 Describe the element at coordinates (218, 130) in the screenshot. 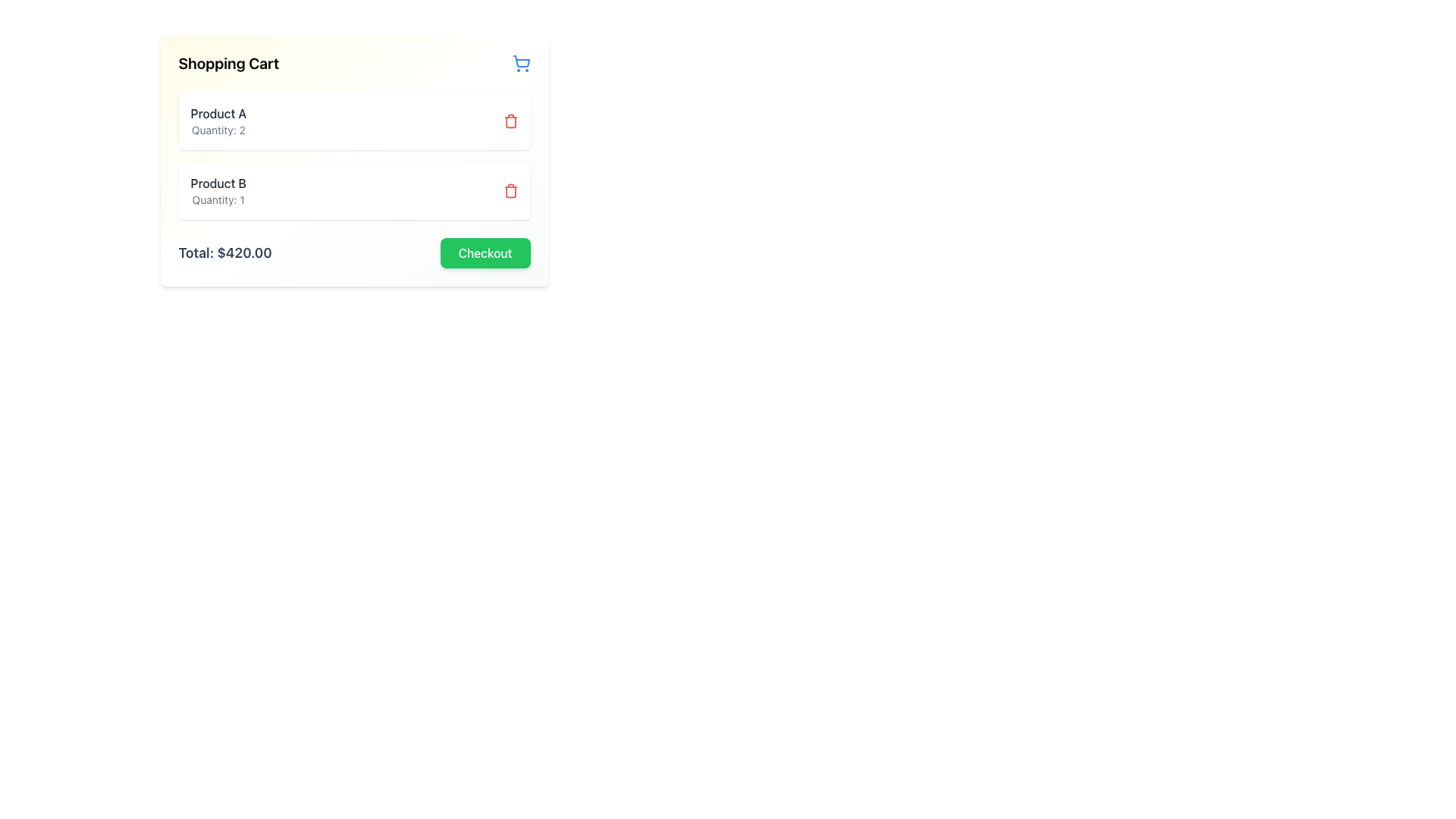

I see `the Static Text Label displaying the quantity of 'Product A' in the shopping cart interface, located below the 'Product A' label` at that location.